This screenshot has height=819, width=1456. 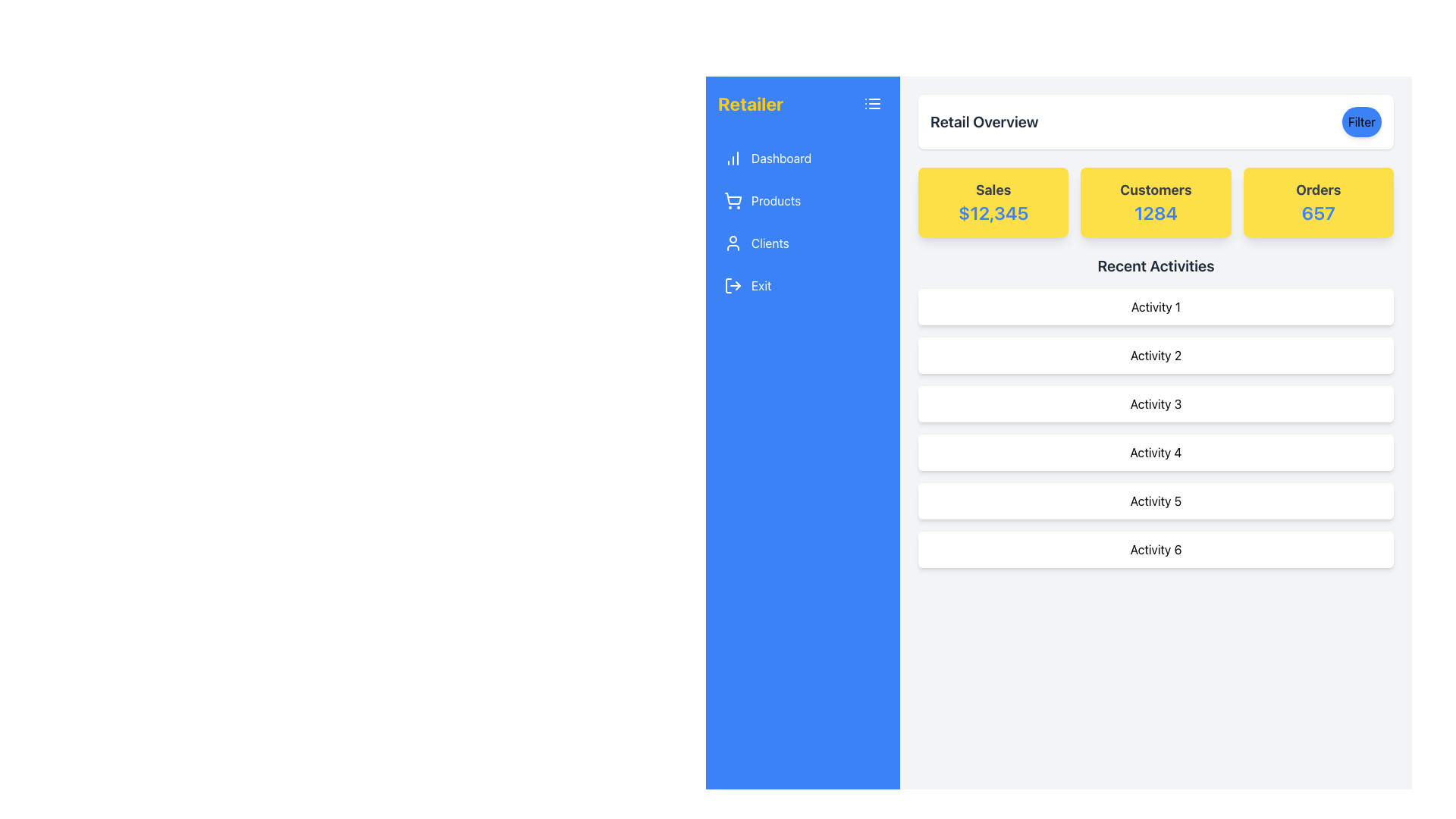 What do you see at coordinates (733, 198) in the screenshot?
I see `the Icon in the navigation bar that leads to the products section, located as the second item in the sidebar underneath the dashboard icon` at bounding box center [733, 198].